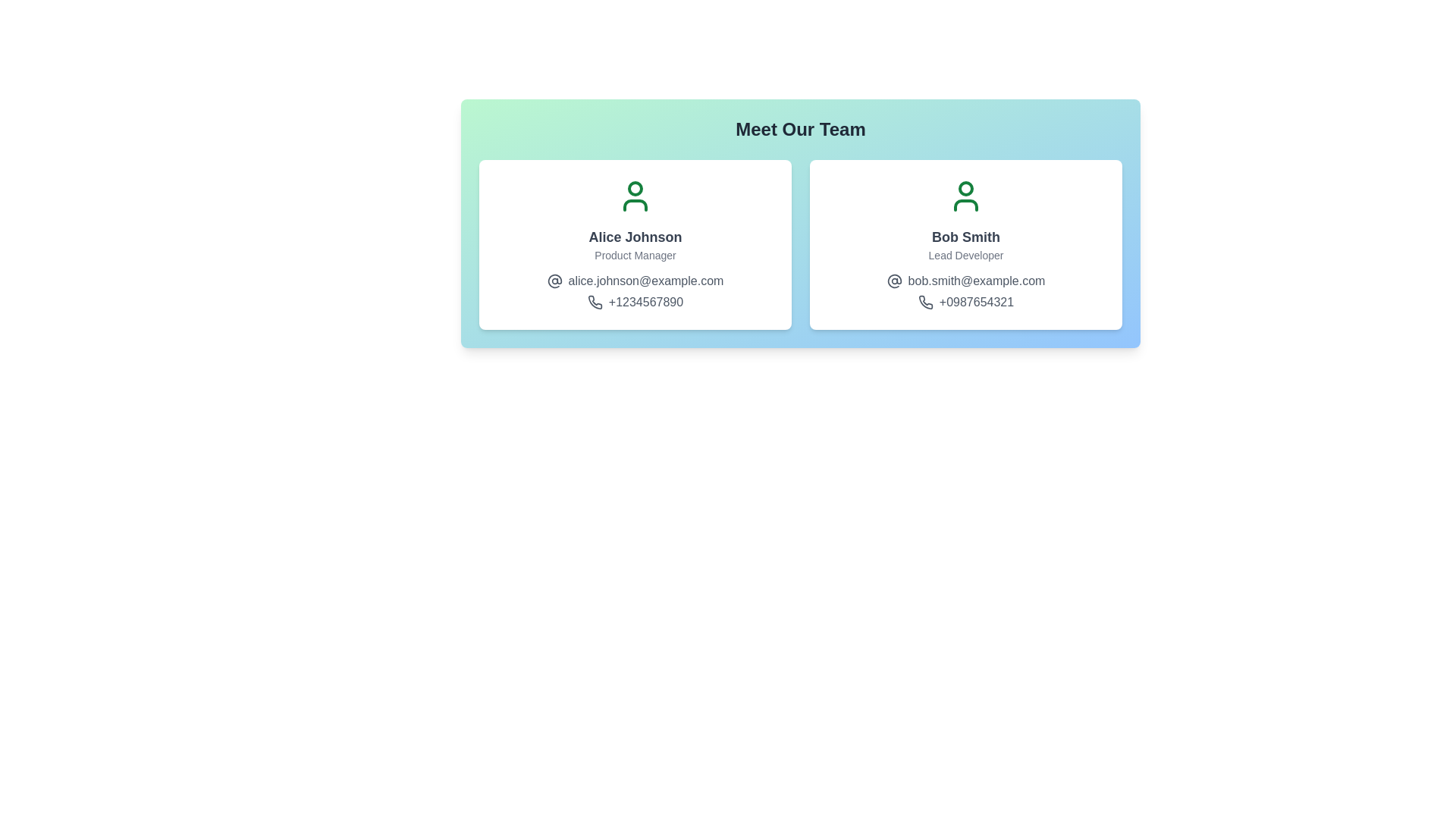  What do you see at coordinates (635, 302) in the screenshot?
I see `the Contact Information Display for 'Alice Johnson' which shows the phone icon and the number '+1234567890', located under the email 'alice.johnson@example.com'` at bounding box center [635, 302].